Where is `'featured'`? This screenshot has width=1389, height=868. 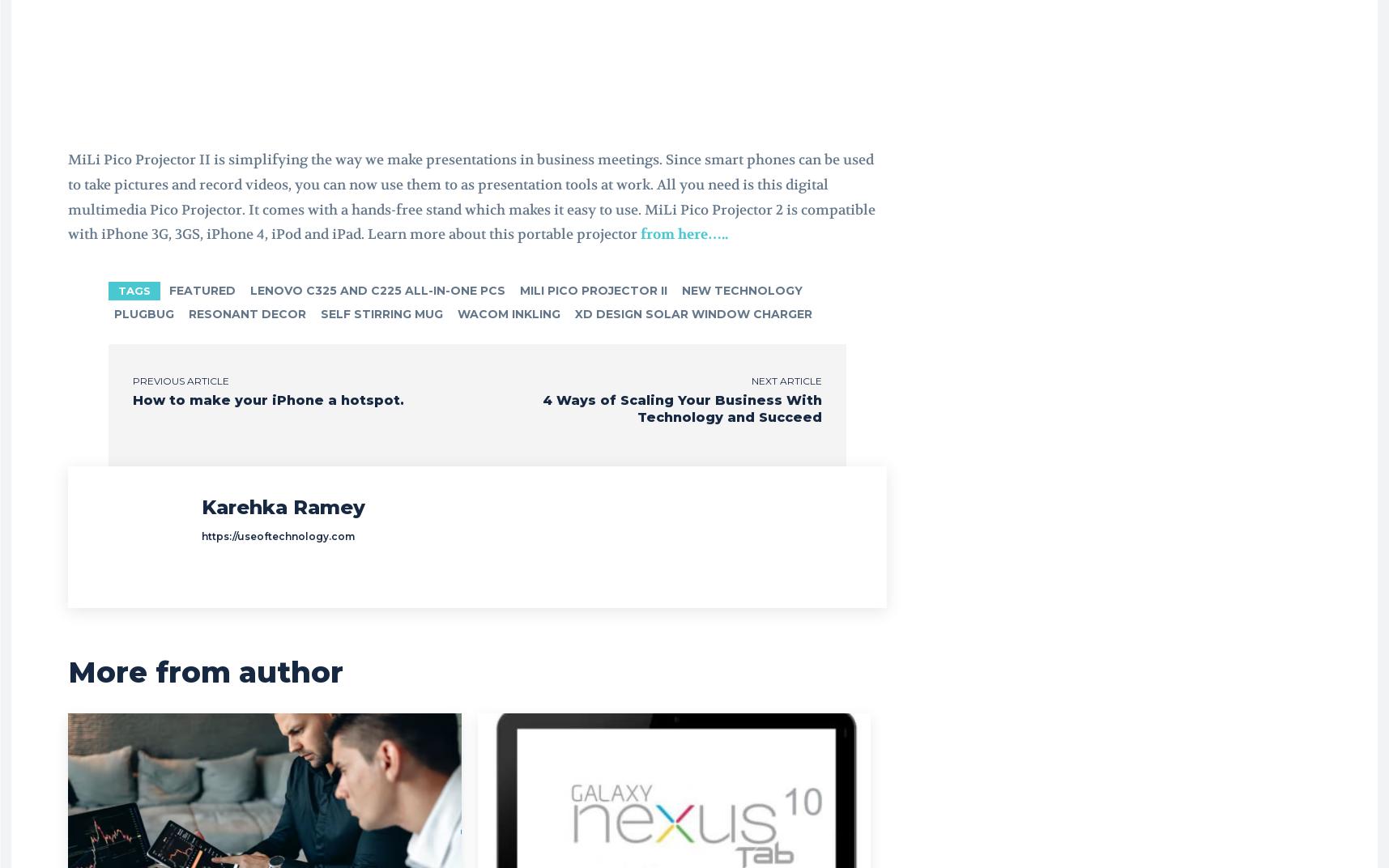
'featured' is located at coordinates (202, 290).